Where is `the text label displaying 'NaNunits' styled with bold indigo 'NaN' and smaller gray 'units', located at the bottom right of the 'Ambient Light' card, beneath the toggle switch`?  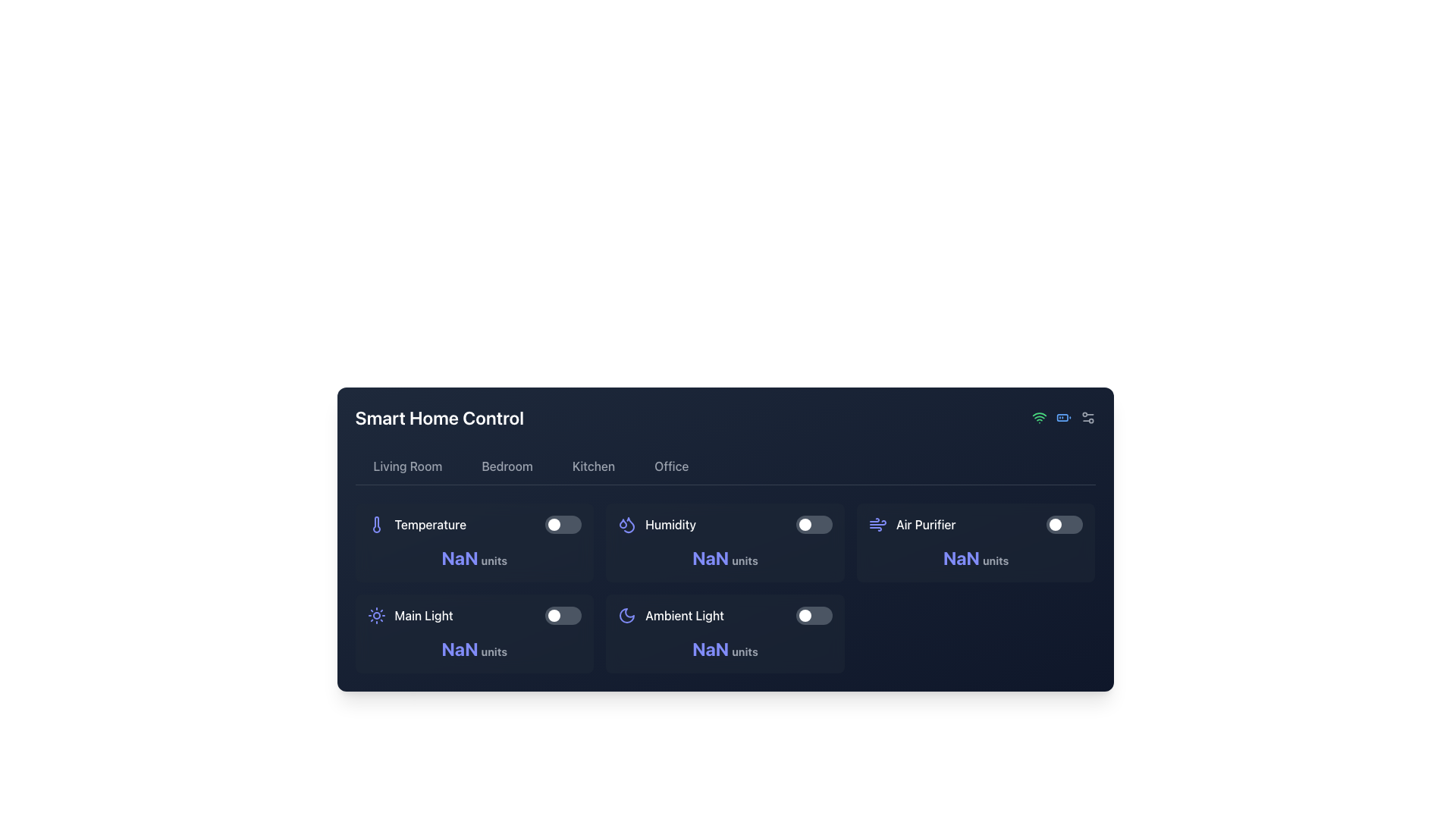
the text label displaying 'NaNunits' styled with bold indigo 'NaN' and smaller gray 'units', located at the bottom right of the 'Ambient Light' card, beneath the toggle switch is located at coordinates (724, 648).